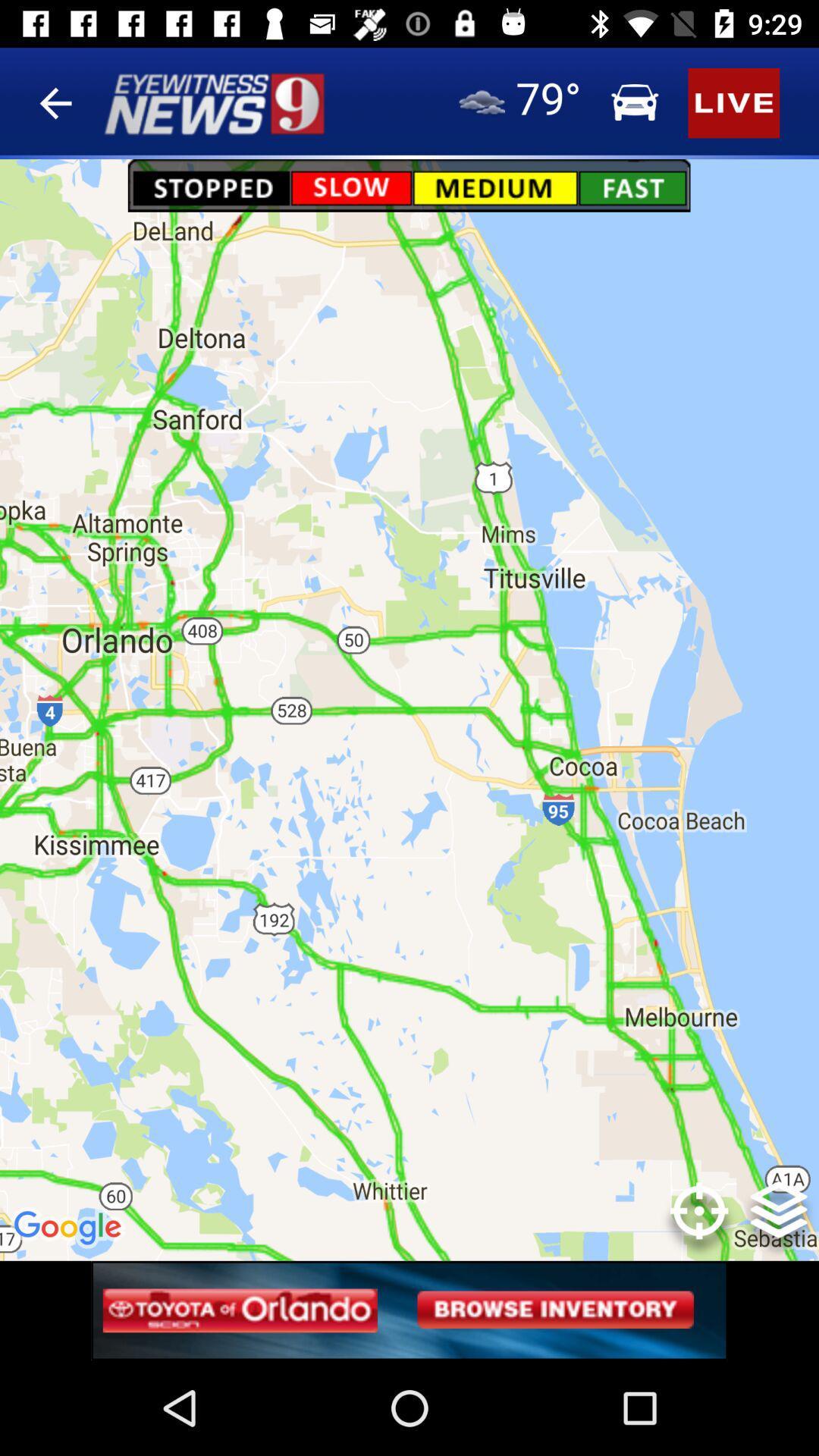 This screenshot has height=1456, width=819. I want to click on the location_crosshair icon, so click(699, 1221).